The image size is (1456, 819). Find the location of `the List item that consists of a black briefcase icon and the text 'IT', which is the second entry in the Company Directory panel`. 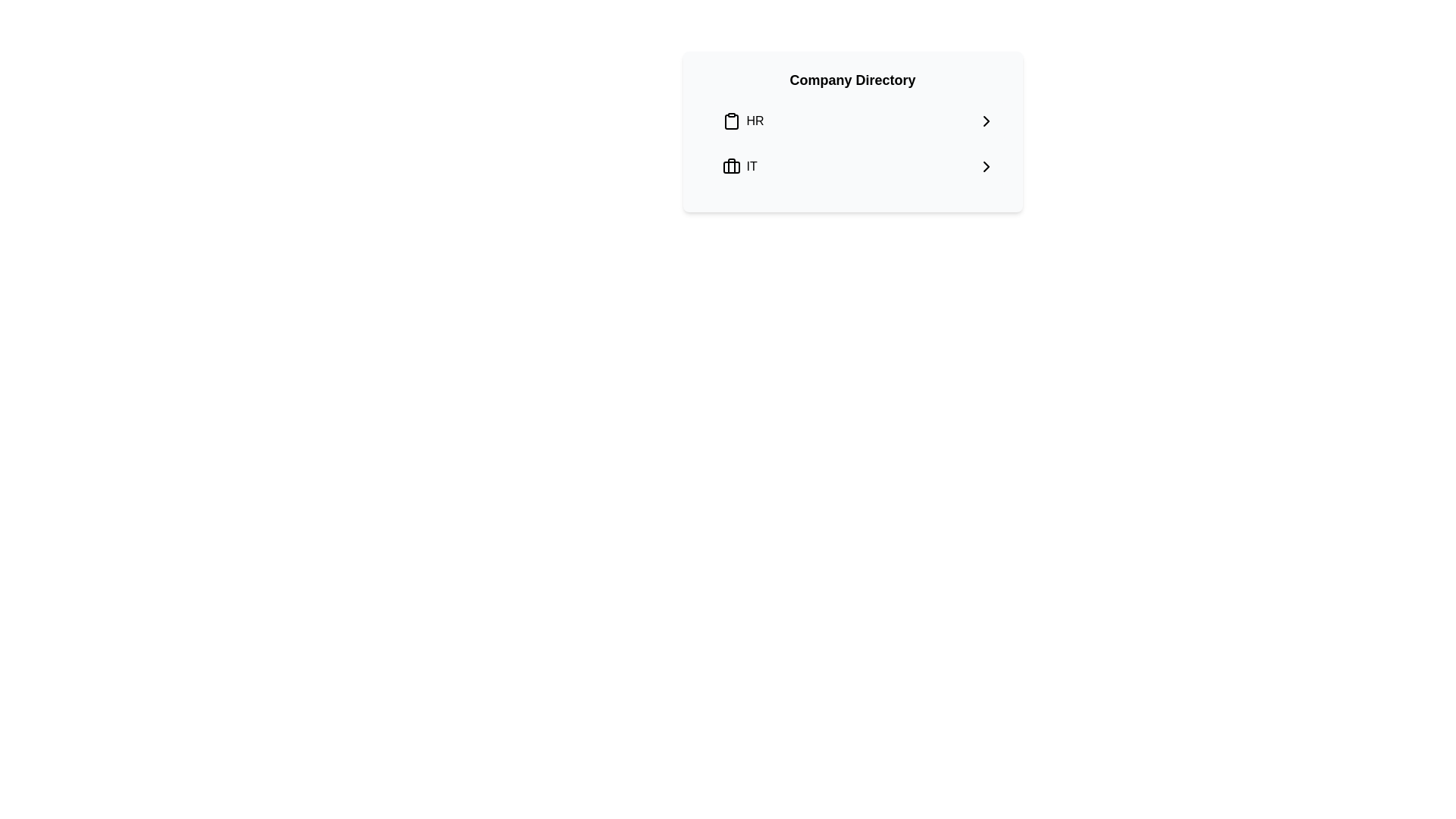

the List item that consists of a black briefcase icon and the text 'IT', which is the second entry in the Company Directory panel is located at coordinates (739, 166).